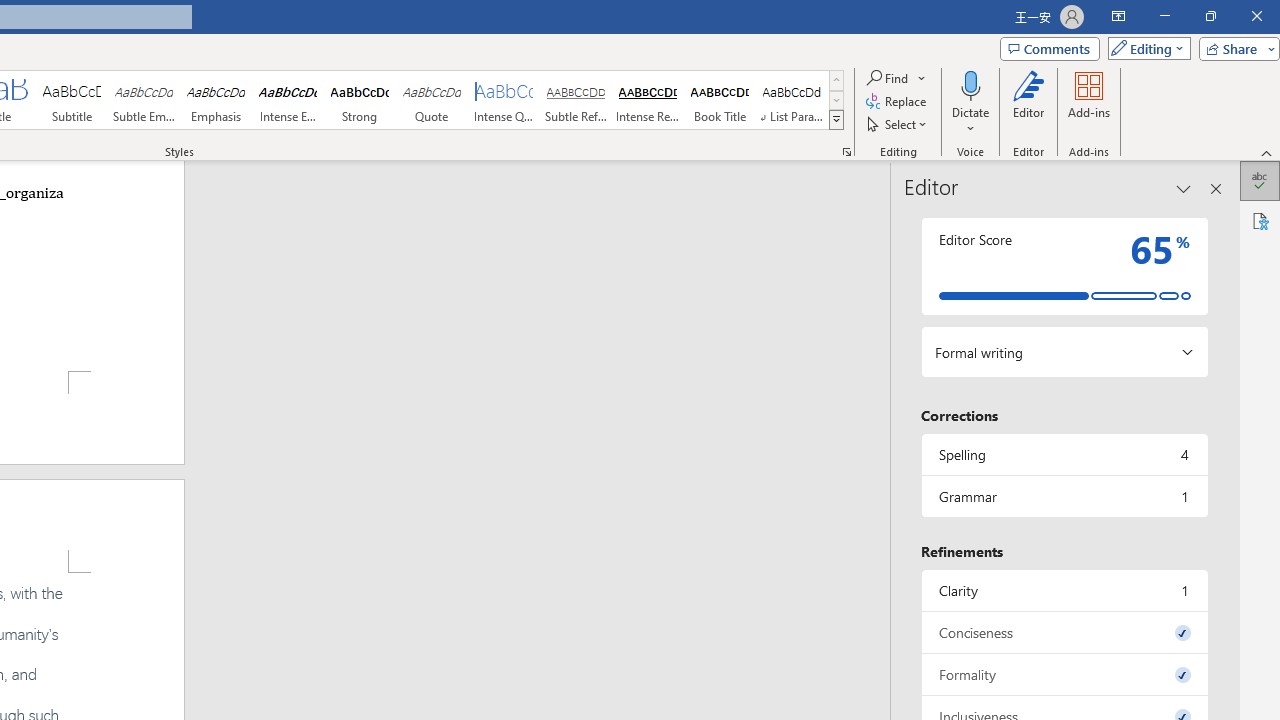 The height and width of the screenshot is (720, 1280). I want to click on 'Editor Score 65%', so click(1063, 265).